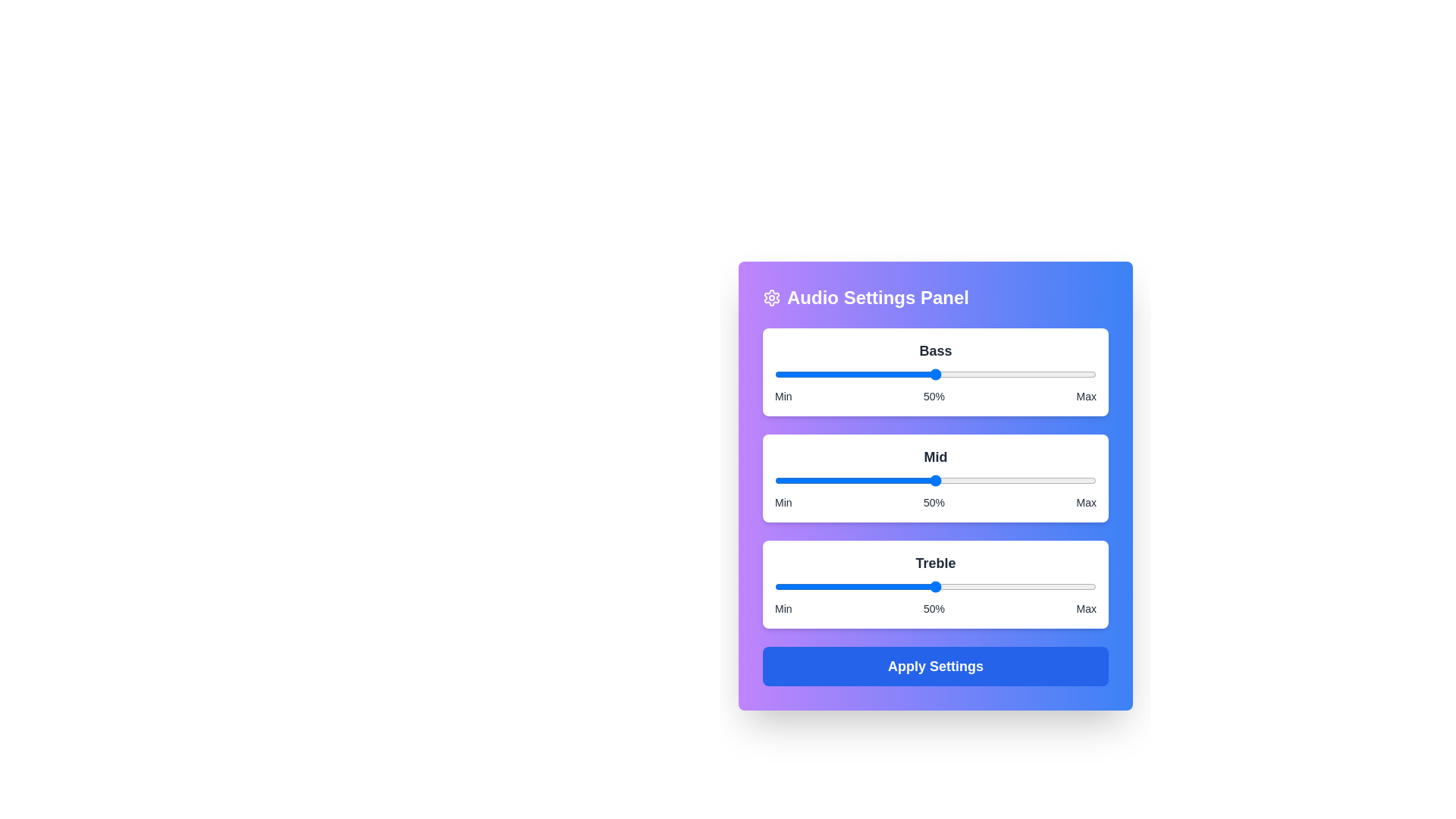  Describe the element at coordinates (1003, 374) in the screenshot. I see `the bass level` at that location.